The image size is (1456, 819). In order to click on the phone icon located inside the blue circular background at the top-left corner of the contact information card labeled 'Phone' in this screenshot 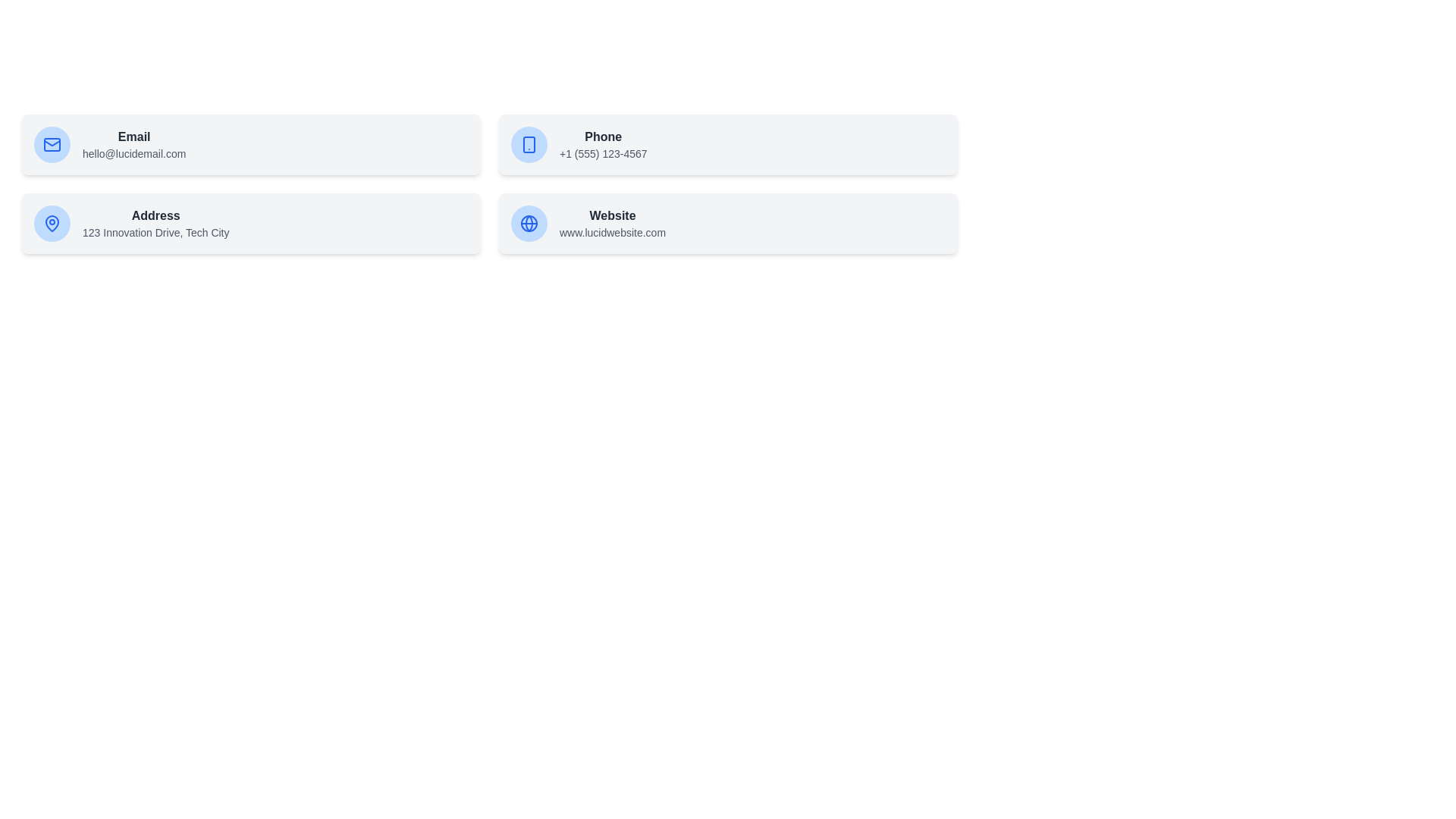, I will do `click(529, 145)`.